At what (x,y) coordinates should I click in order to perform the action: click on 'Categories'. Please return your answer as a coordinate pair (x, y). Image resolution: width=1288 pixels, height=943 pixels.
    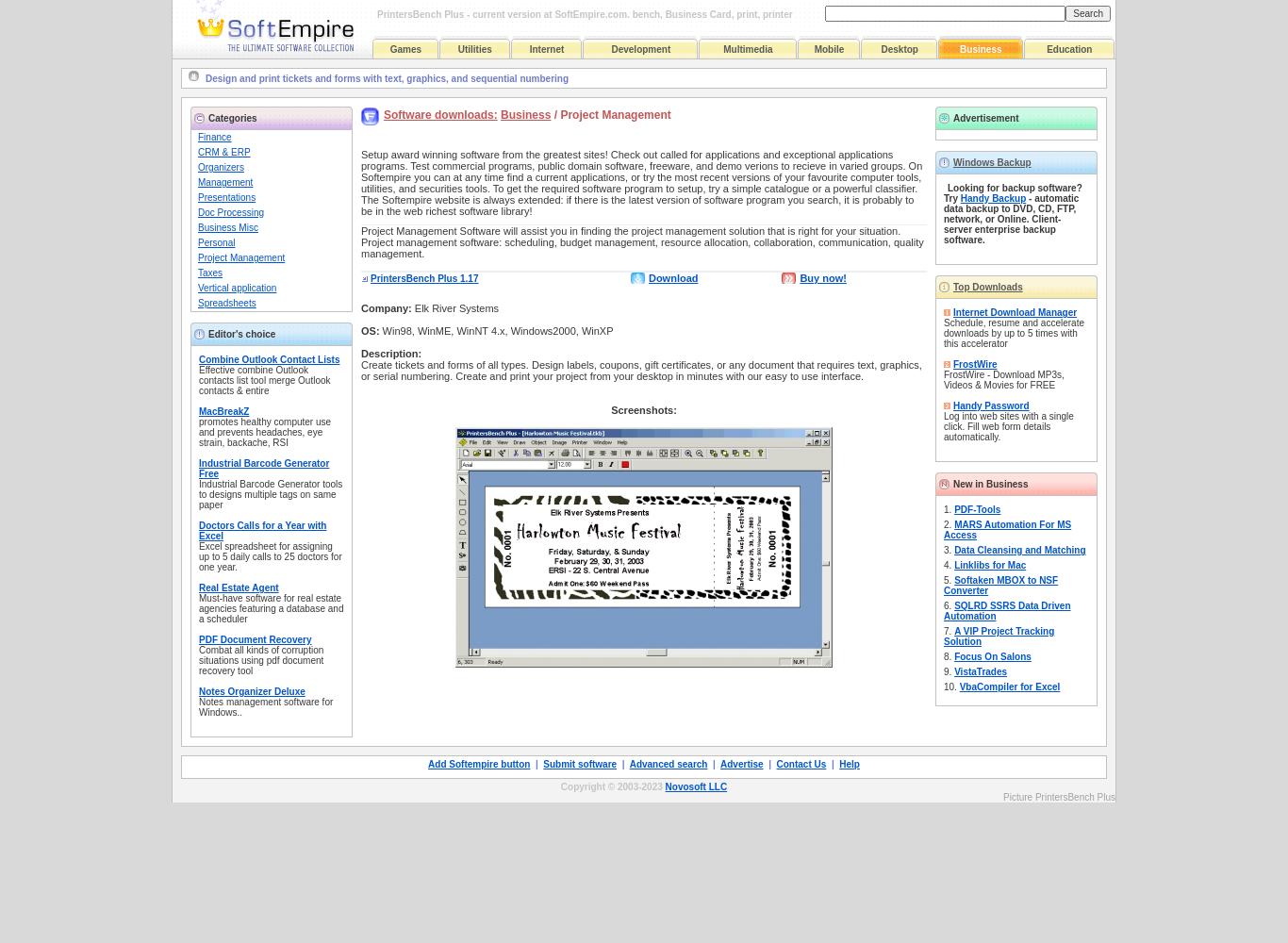
    Looking at the image, I should click on (232, 118).